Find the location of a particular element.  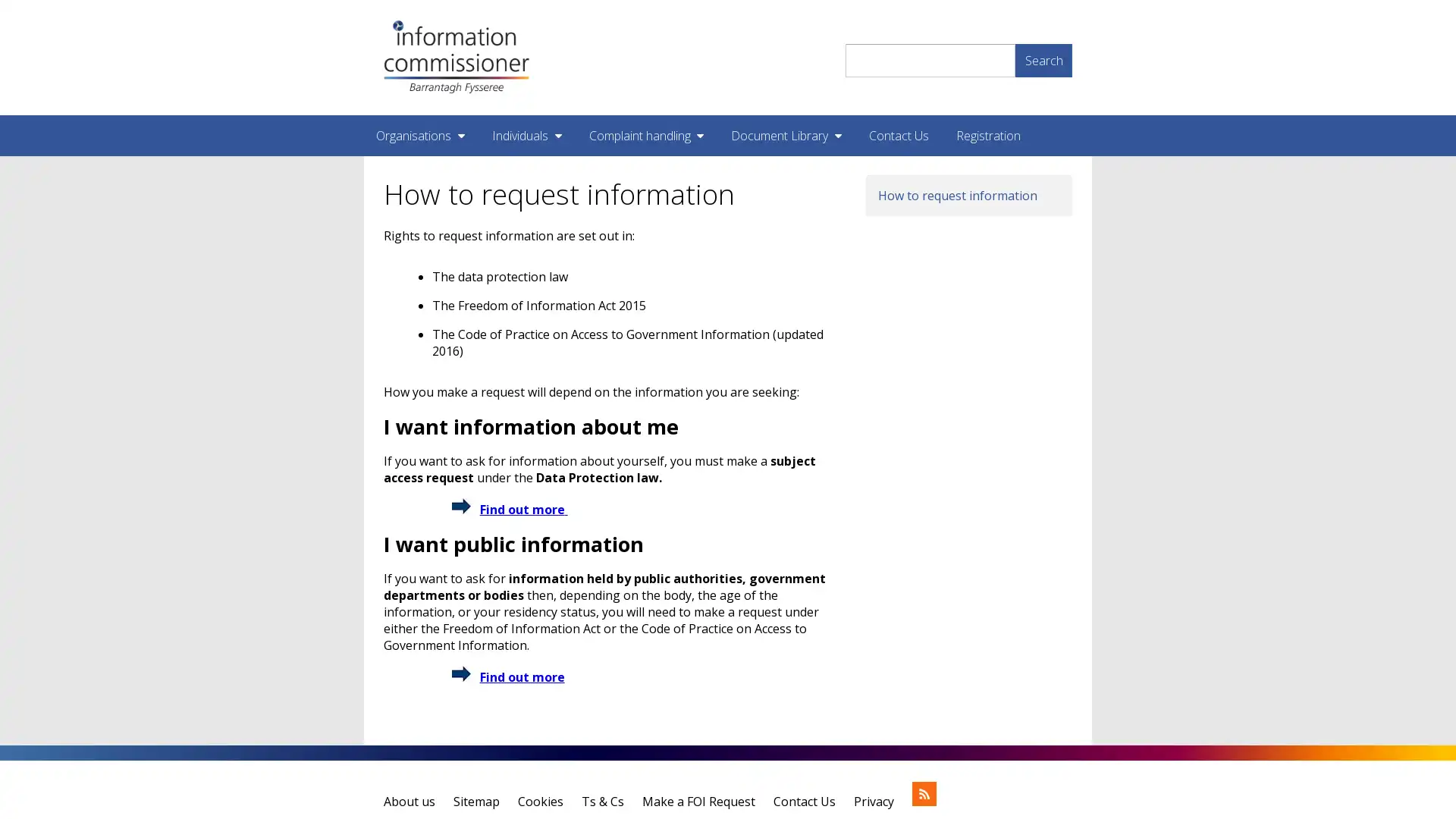

Search is located at coordinates (1043, 58).